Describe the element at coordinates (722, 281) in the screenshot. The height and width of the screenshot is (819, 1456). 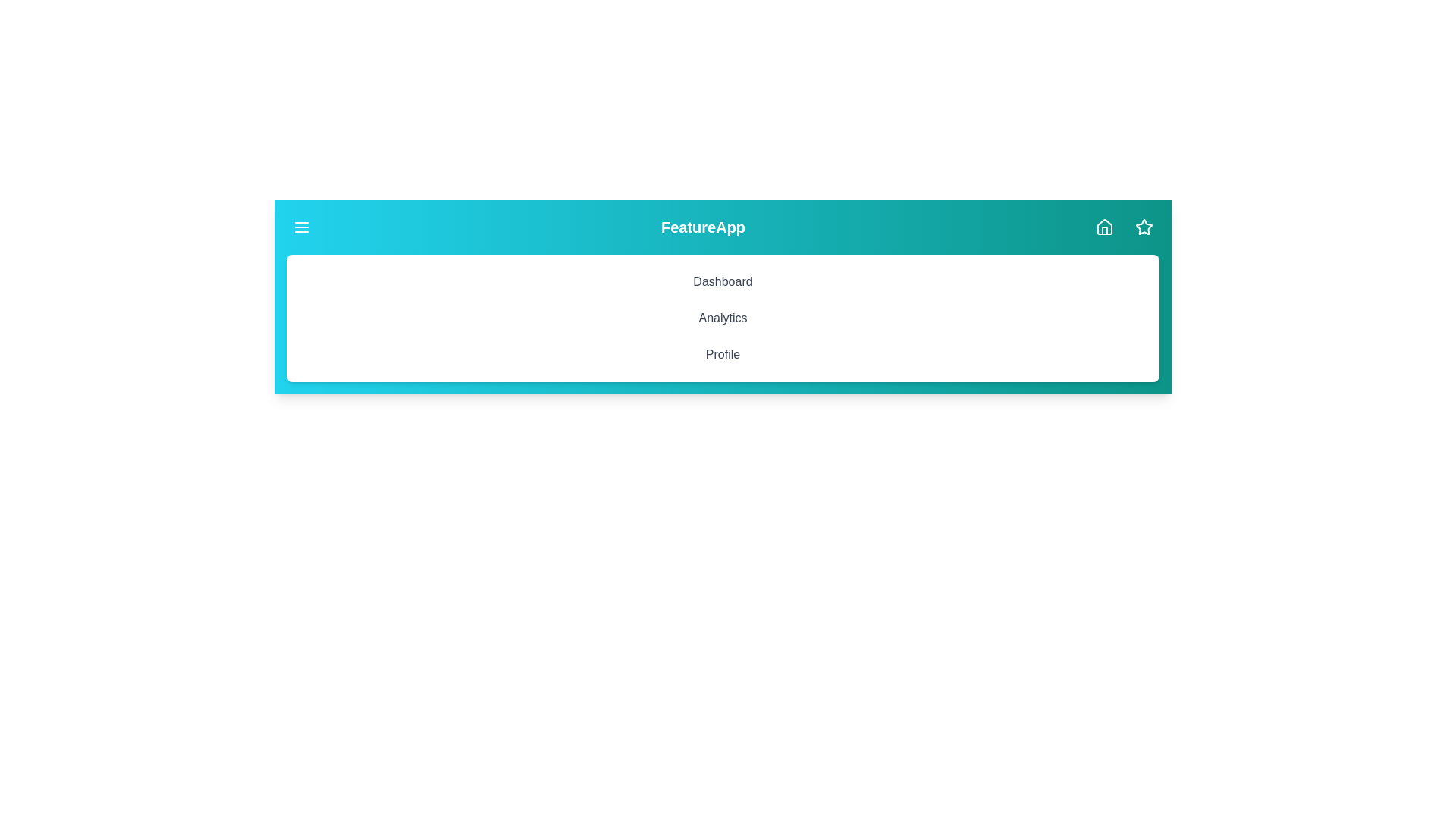
I see `the 'Dashboard' menu item to navigate to the Dashboard section` at that location.